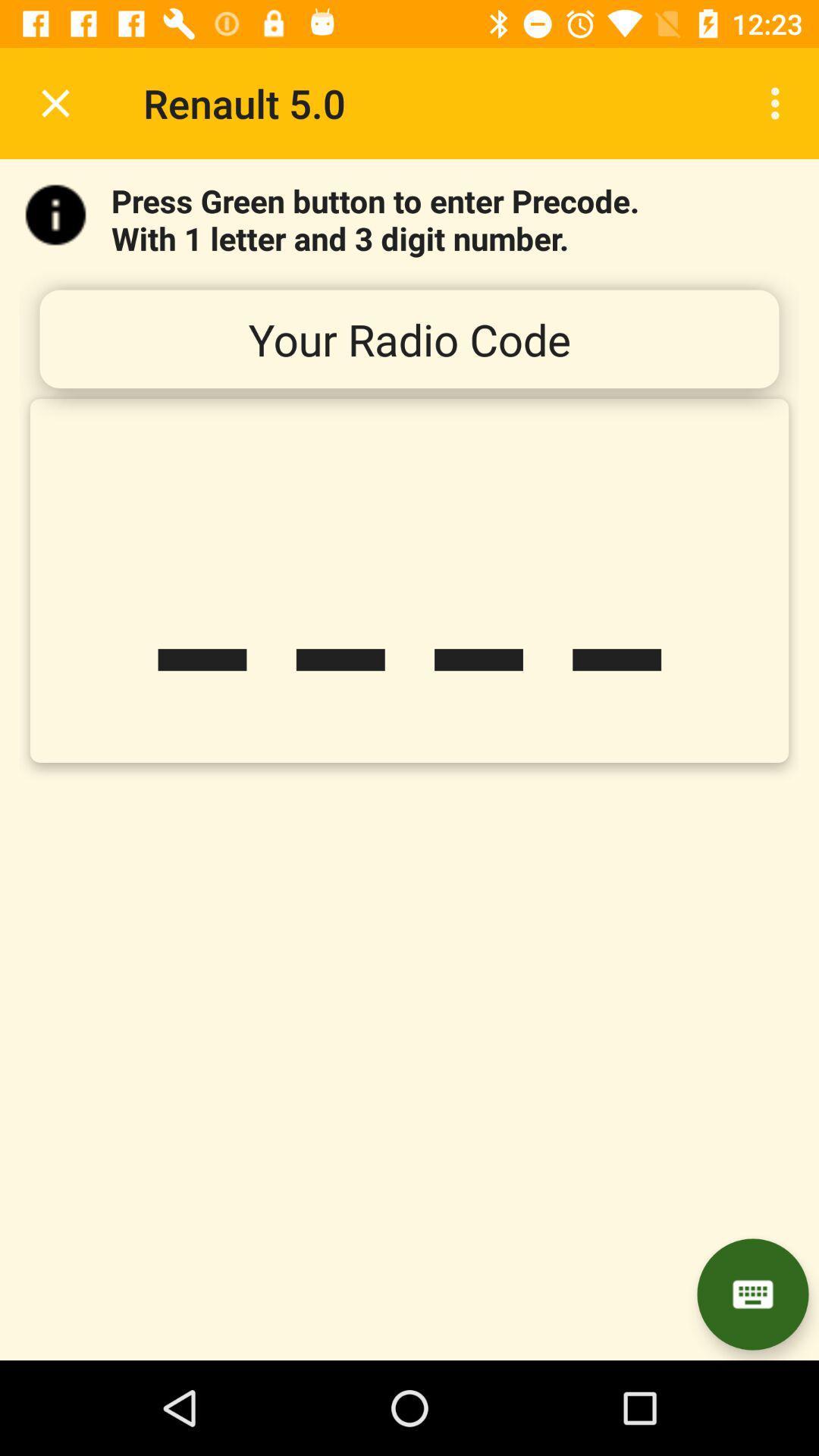 The width and height of the screenshot is (819, 1456). I want to click on press the keyboard option, so click(752, 1294).